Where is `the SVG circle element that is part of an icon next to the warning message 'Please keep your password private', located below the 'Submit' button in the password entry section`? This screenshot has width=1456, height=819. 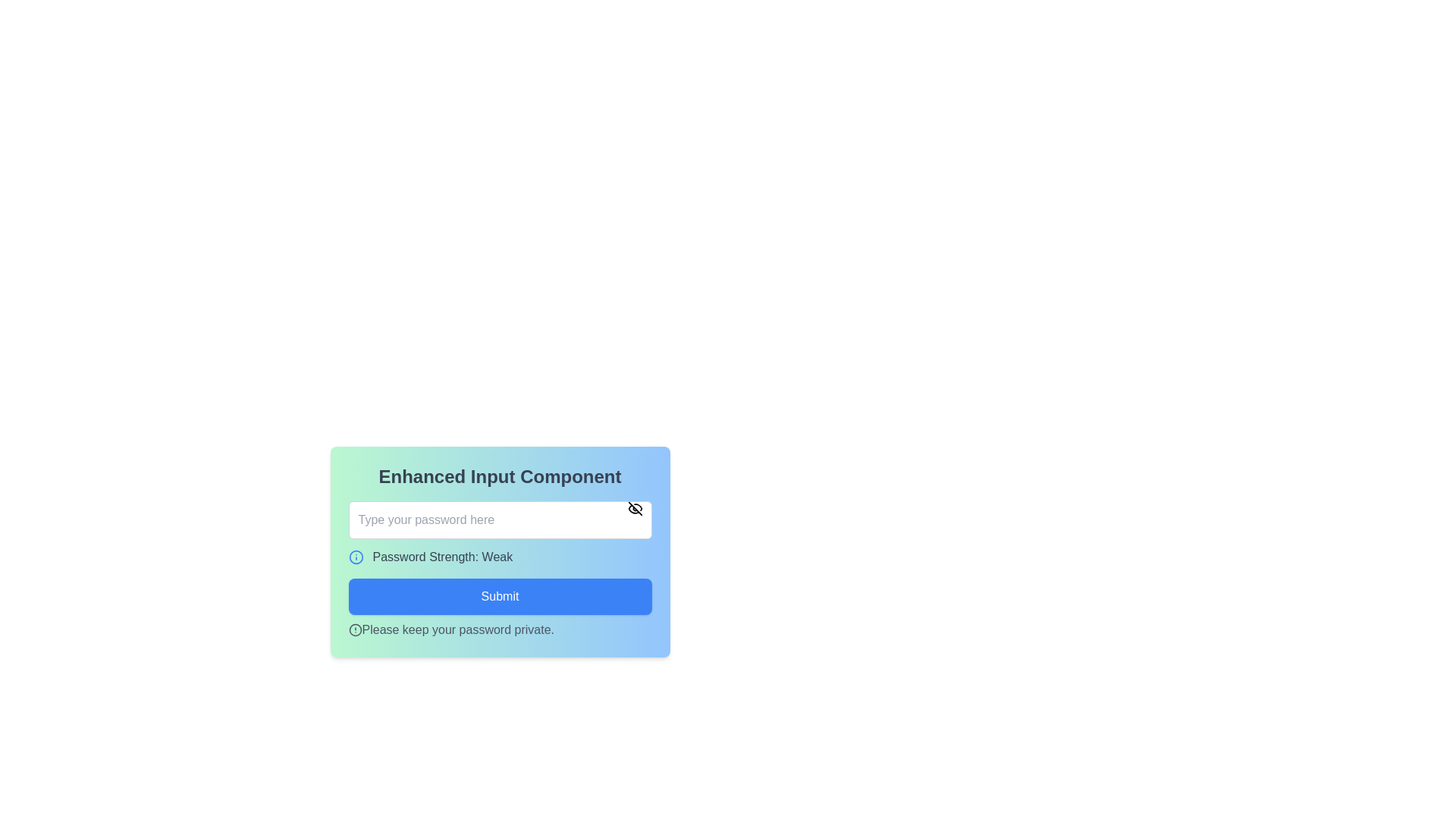 the SVG circle element that is part of an icon next to the warning message 'Please keep your password private', located below the 'Submit' button in the password entry section is located at coordinates (354, 629).